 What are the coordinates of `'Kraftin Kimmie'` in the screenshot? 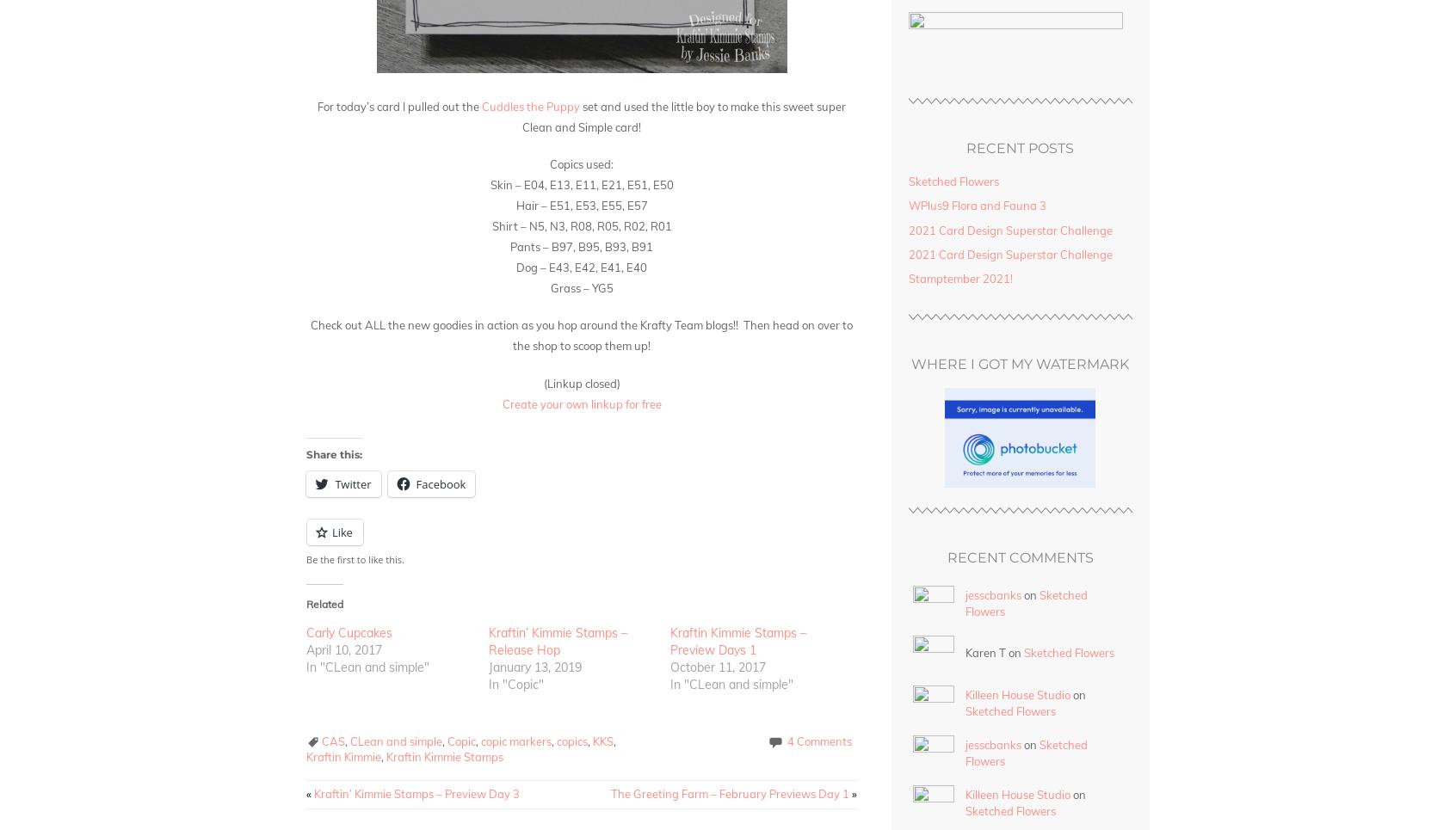 It's located at (305, 756).